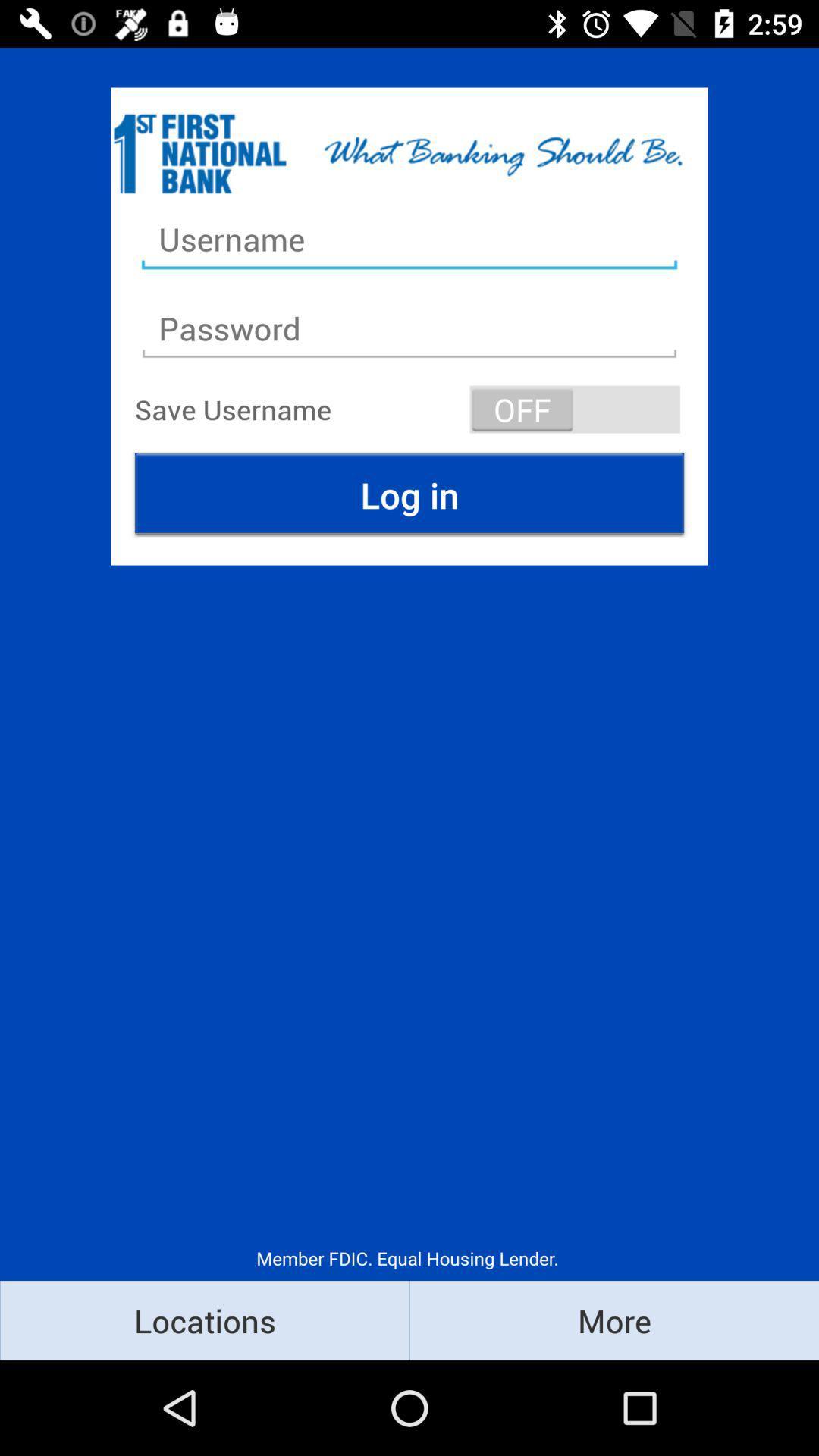  Describe the element at coordinates (614, 1319) in the screenshot. I see `icon below member fdic equal icon` at that location.